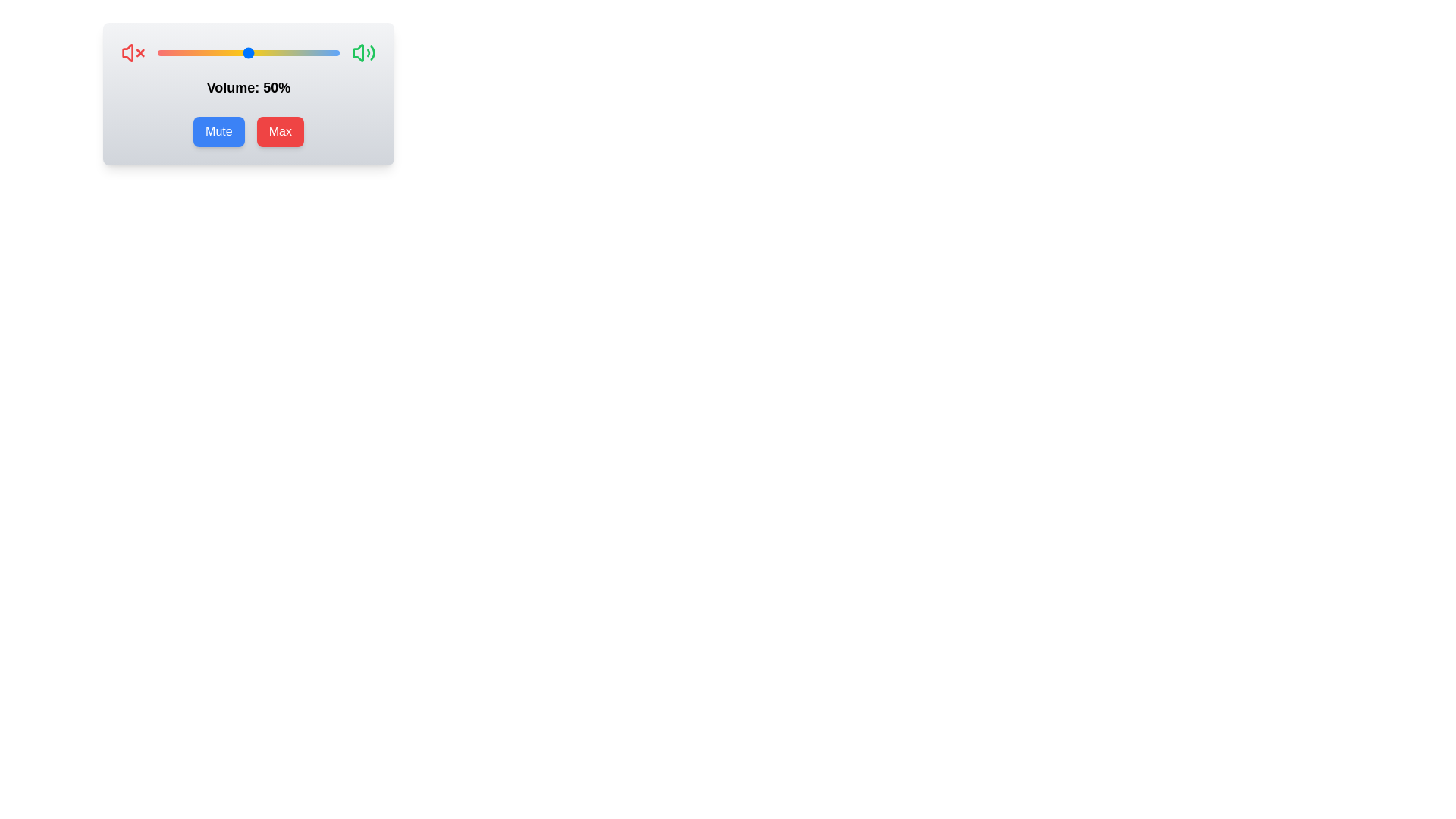 The height and width of the screenshot is (819, 1456). What do you see at coordinates (297, 52) in the screenshot?
I see `the volume slider to 77% level` at bounding box center [297, 52].